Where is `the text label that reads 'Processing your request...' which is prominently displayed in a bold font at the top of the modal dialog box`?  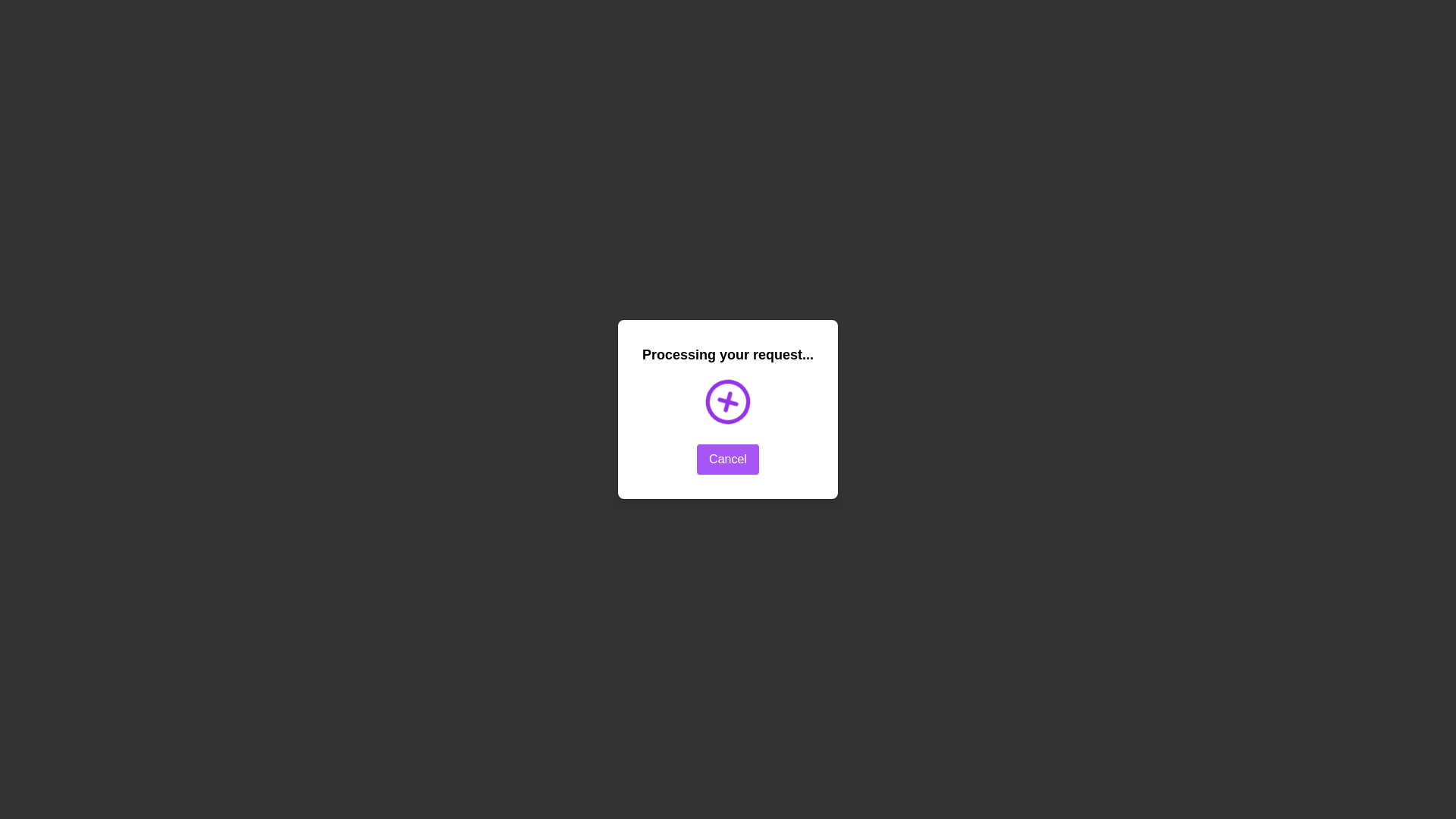
the text label that reads 'Processing your request...' which is prominently displayed in a bold font at the top of the modal dialog box is located at coordinates (728, 354).